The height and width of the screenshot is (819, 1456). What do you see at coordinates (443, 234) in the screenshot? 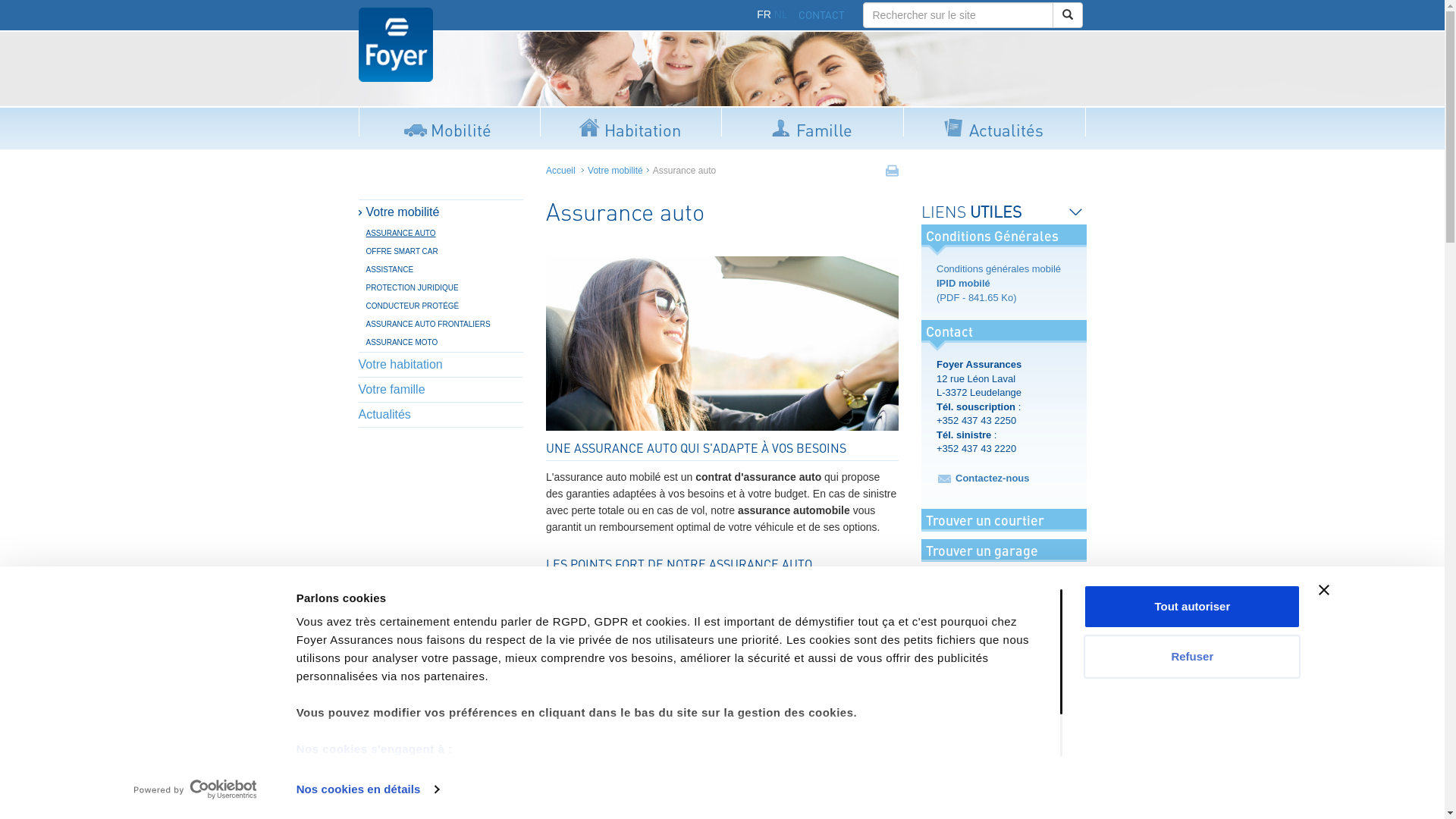
I see `'ASSURANCE AUTO'` at bounding box center [443, 234].